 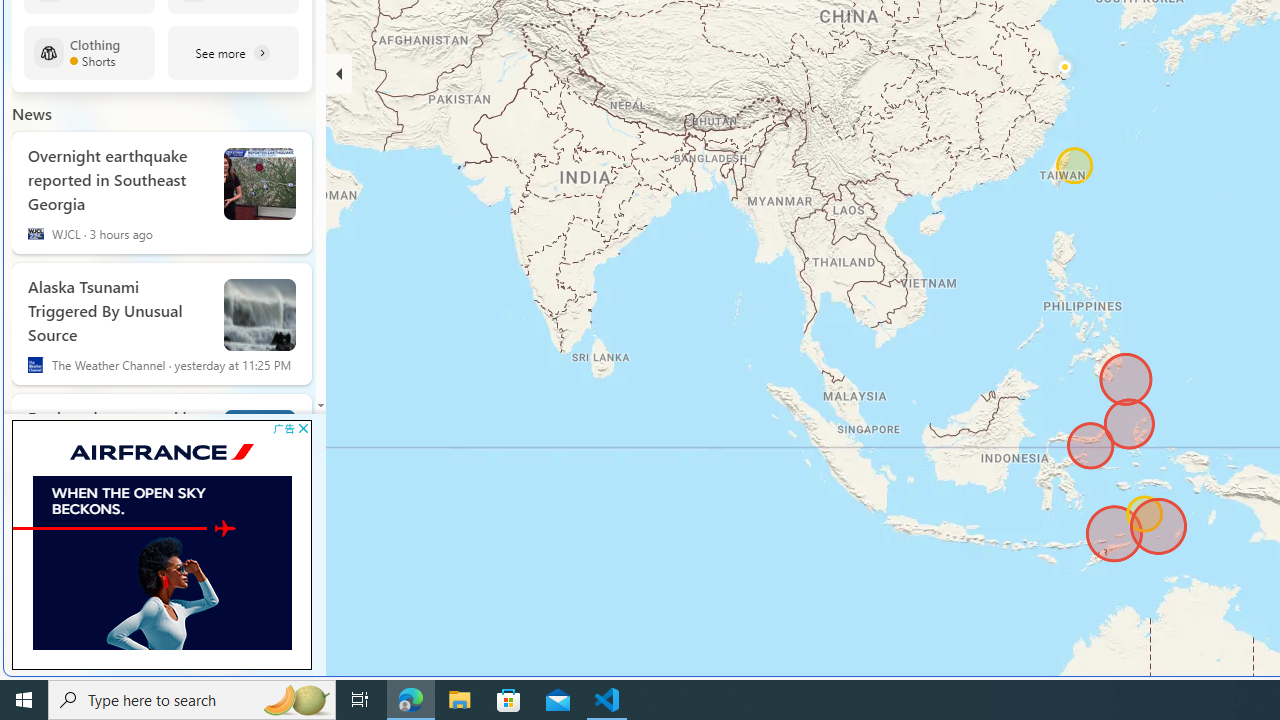 What do you see at coordinates (302, 427) in the screenshot?
I see `'AutomationID: cbb'` at bounding box center [302, 427].